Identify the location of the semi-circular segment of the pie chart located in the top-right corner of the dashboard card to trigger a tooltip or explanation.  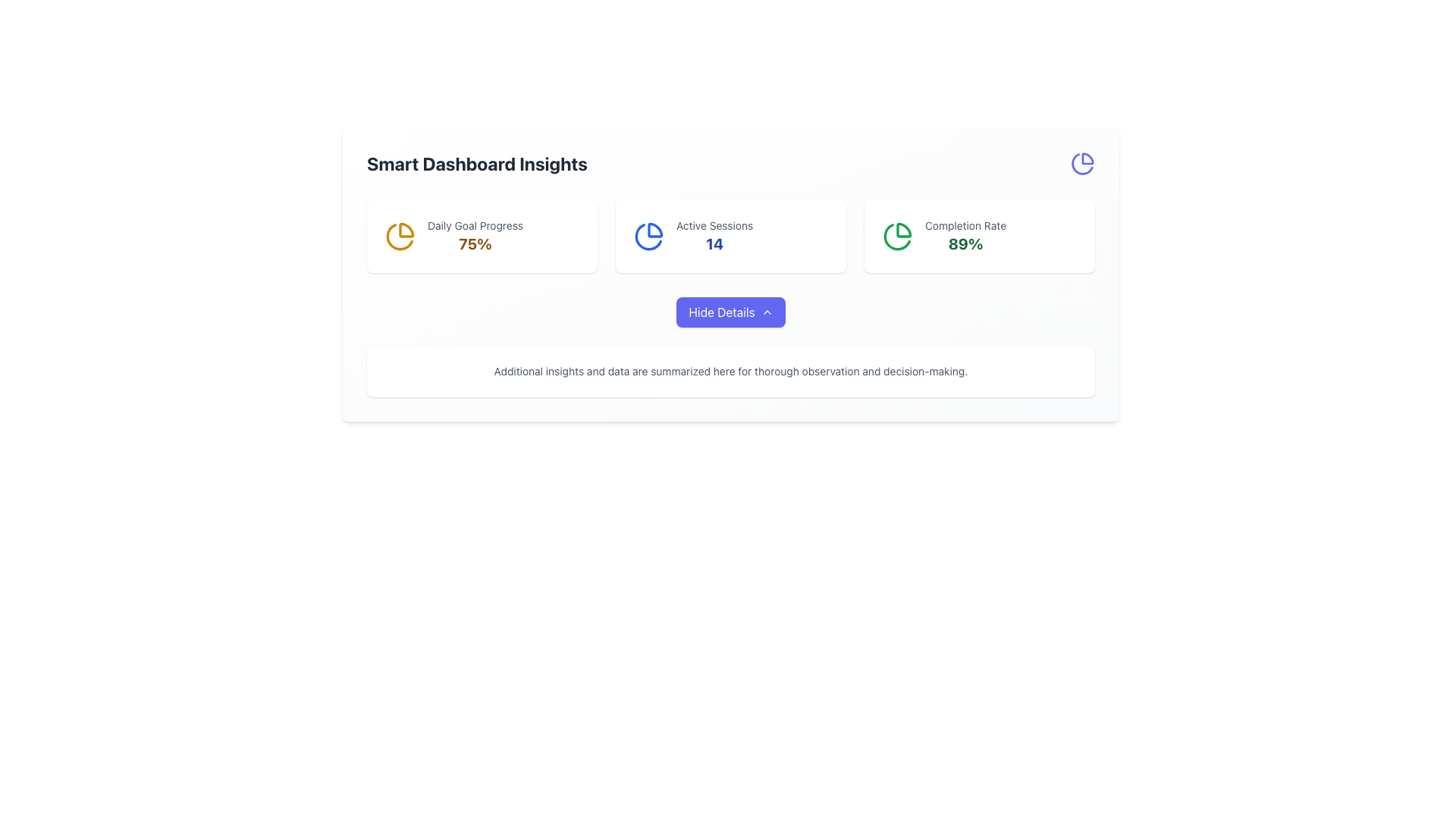
(1087, 158).